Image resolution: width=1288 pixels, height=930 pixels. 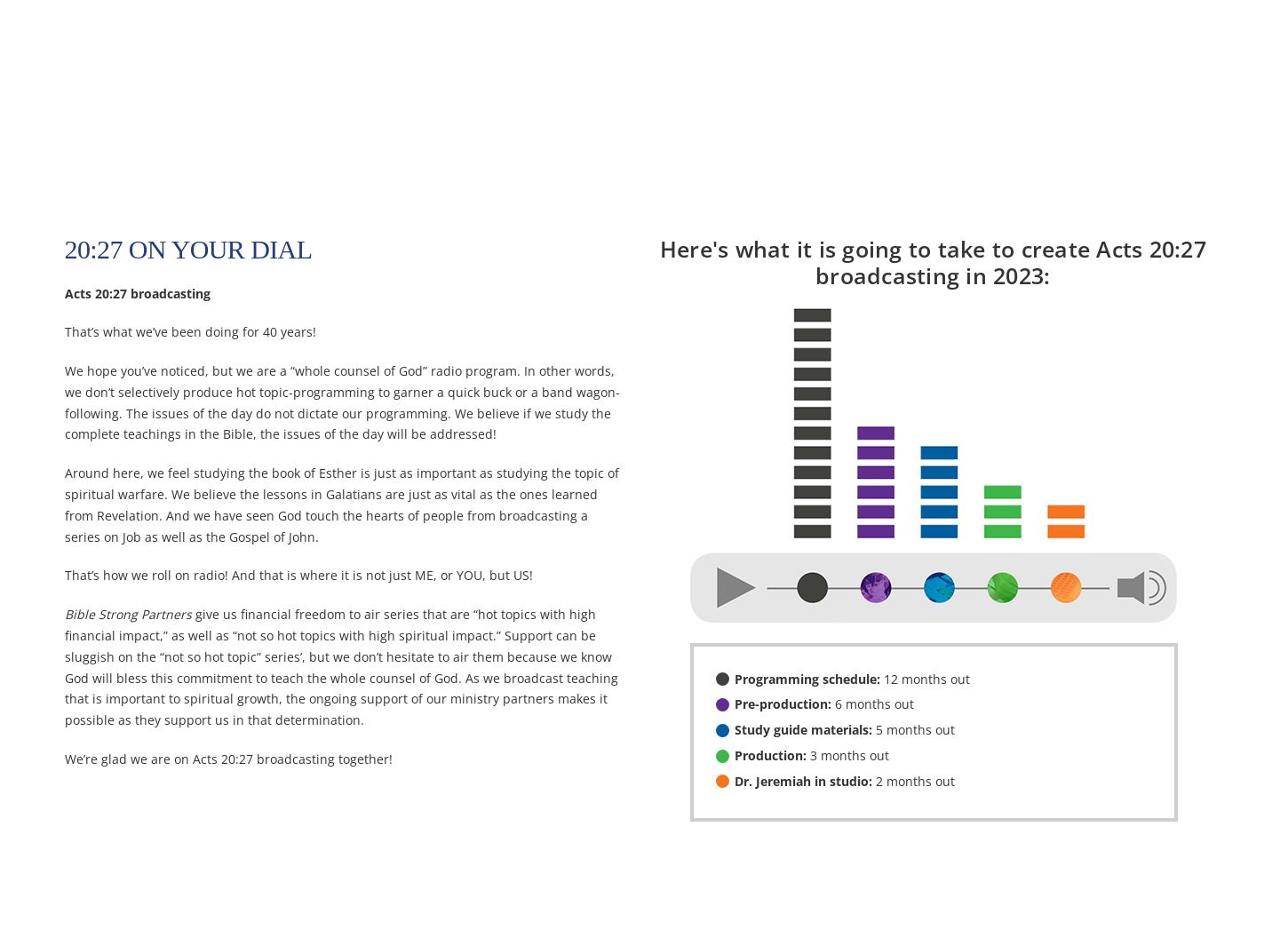 I want to click on 'Study guide materials:', so click(x=801, y=729).